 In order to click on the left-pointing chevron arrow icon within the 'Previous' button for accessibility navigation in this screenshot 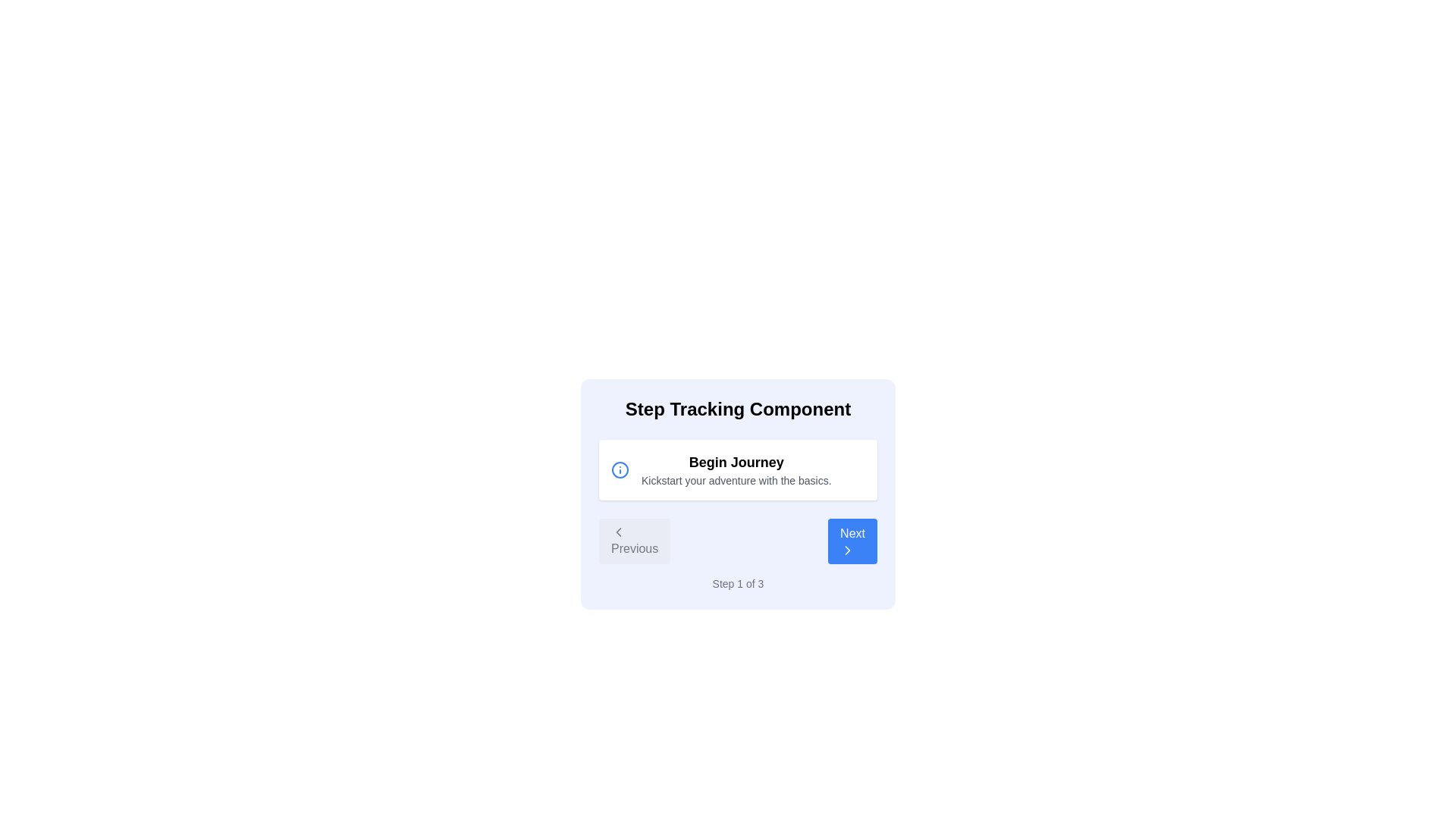, I will do `click(619, 532)`.